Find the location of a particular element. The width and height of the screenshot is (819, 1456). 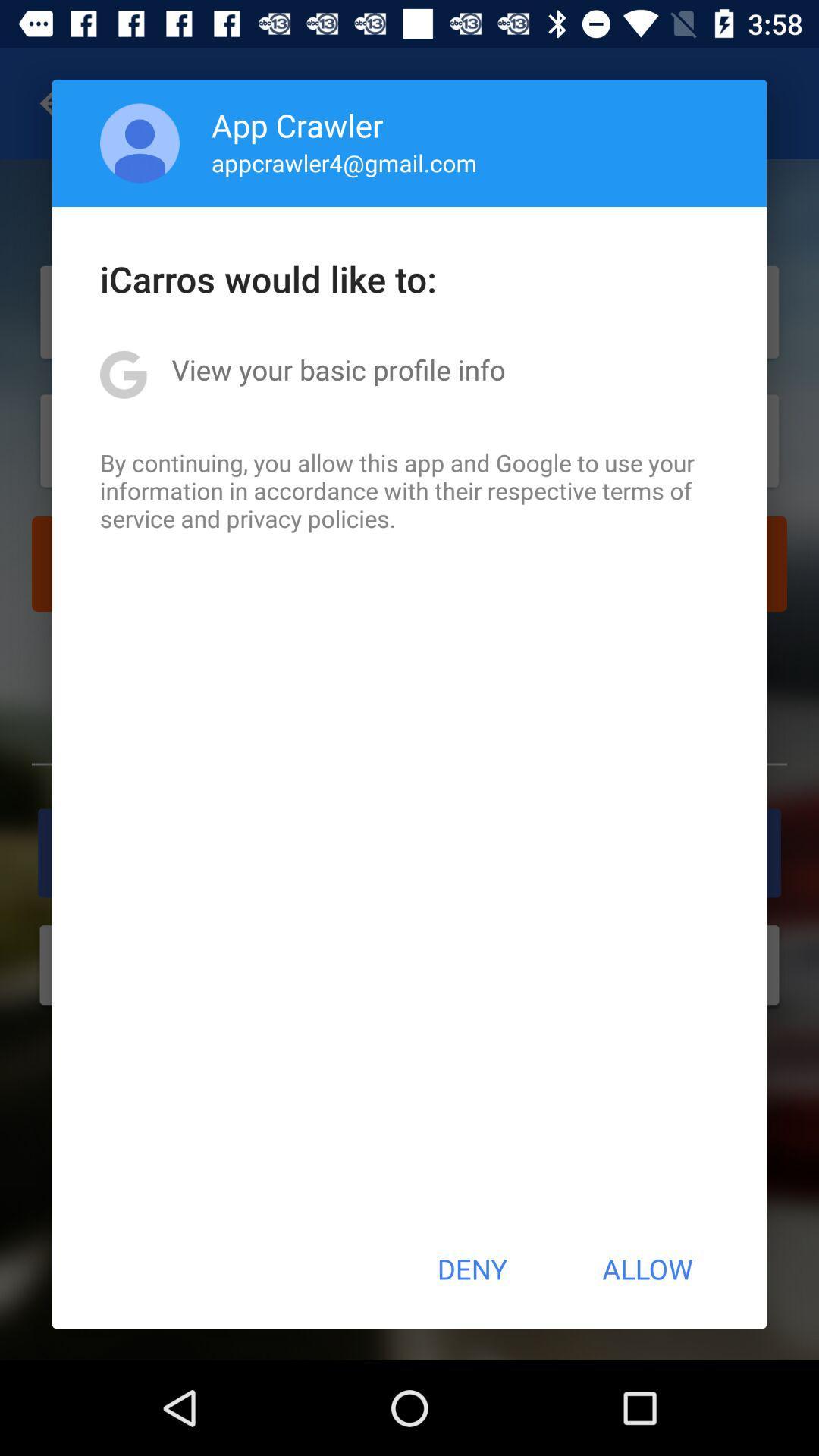

view your basic item is located at coordinates (337, 369).